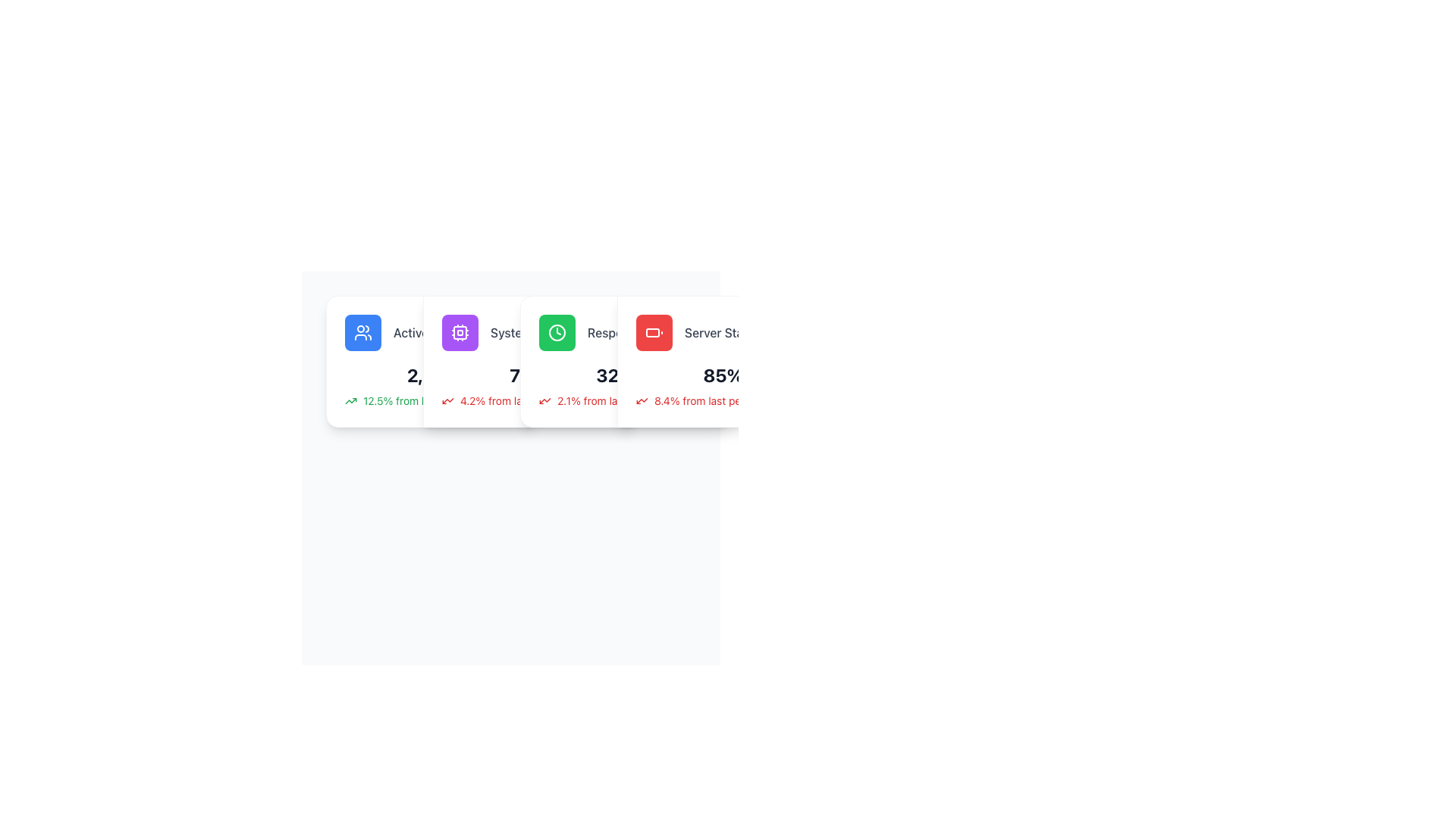 This screenshot has height=819, width=1456. Describe the element at coordinates (626, 400) in the screenshot. I see `the Text display widget showing '2.1% from last period', which is styled in red and has an upward trending arrow icon to the left` at that location.